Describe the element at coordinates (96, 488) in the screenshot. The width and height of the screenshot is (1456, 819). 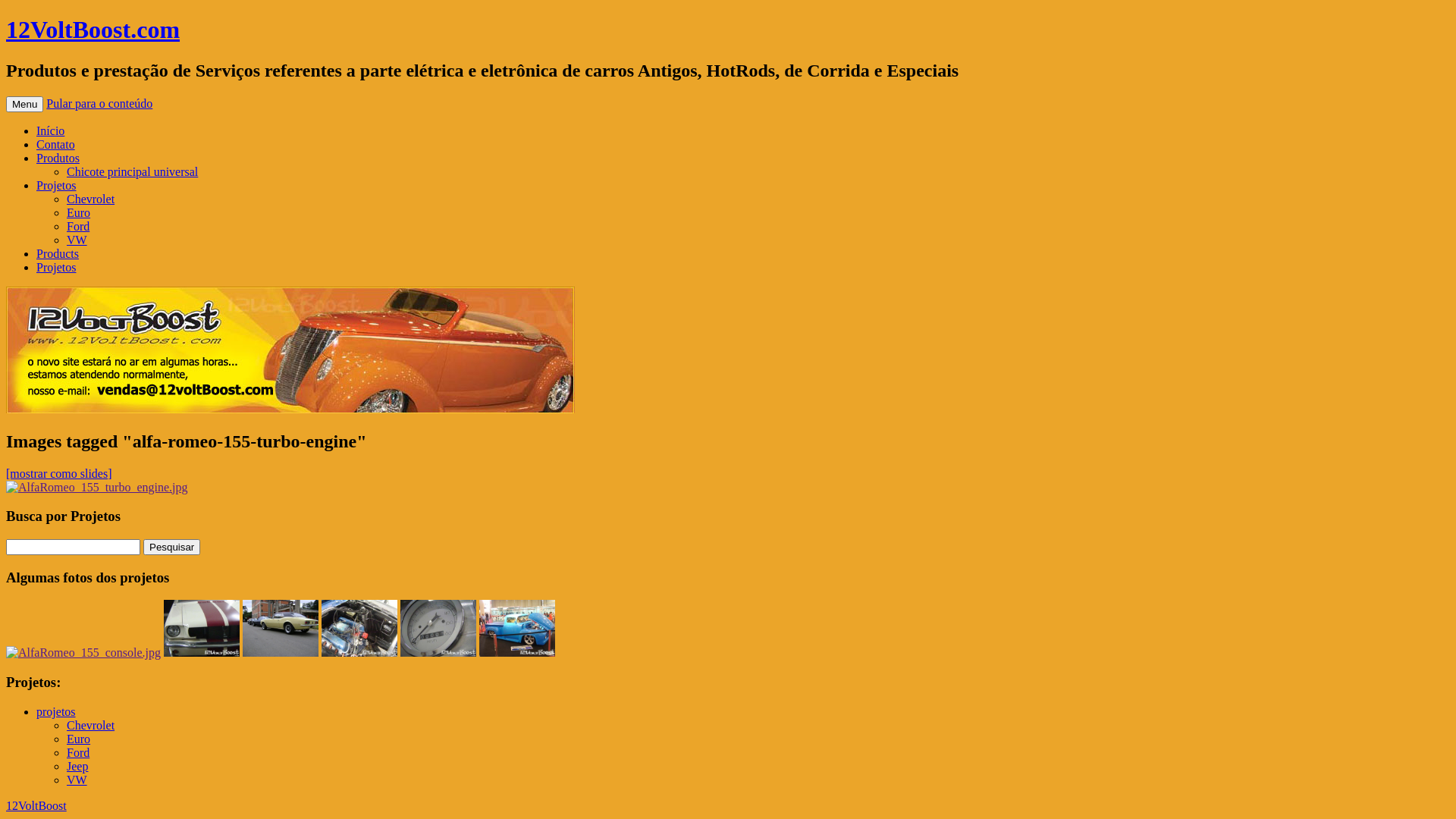
I see `'AlfaRomeo_155_turbo_engine.jpg'` at that location.